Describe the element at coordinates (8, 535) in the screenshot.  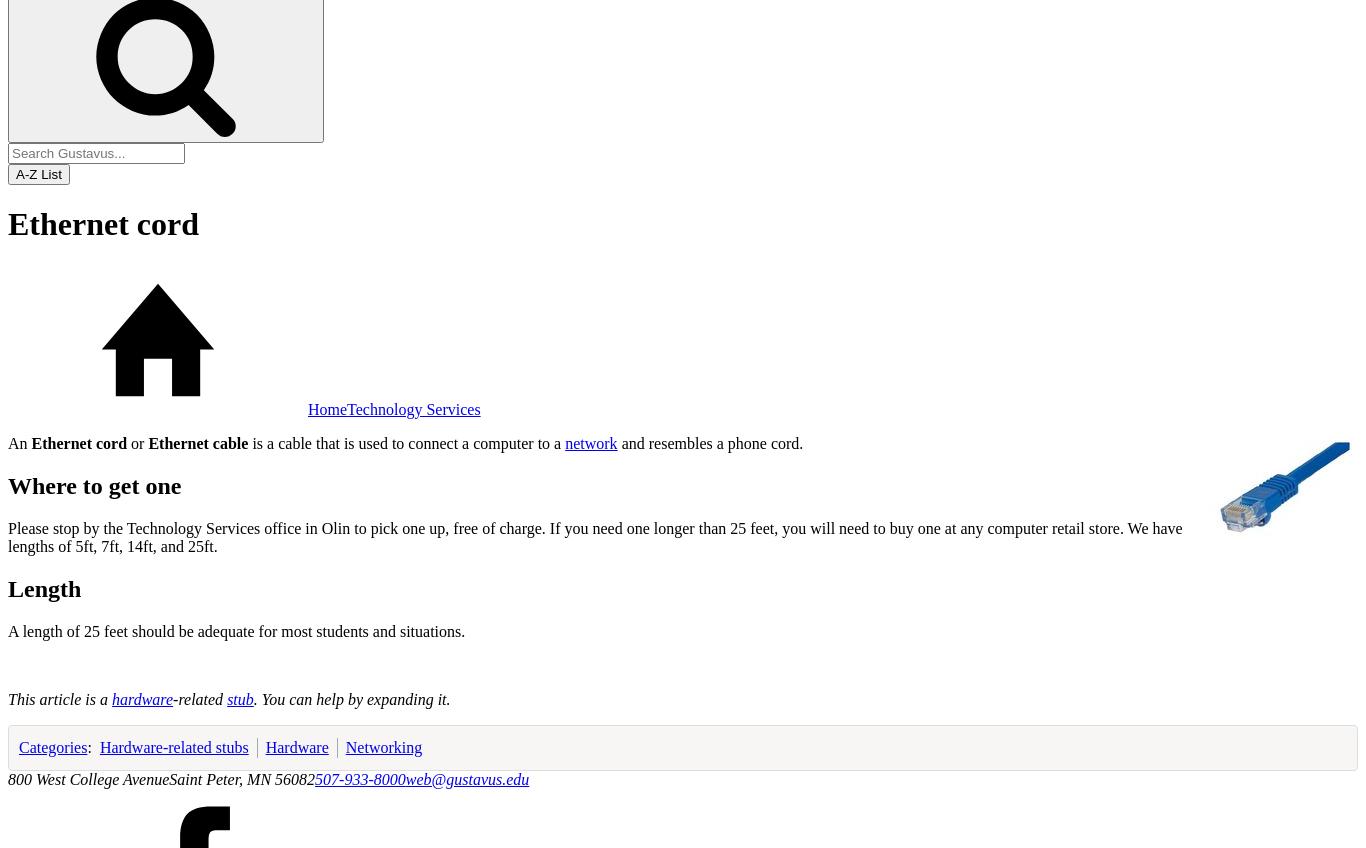
I see `'Please stop by the Technology Services office in Olin to pick one up, free of charge. If you need one longer than 25 feet, you will need to buy one at any computer retail store. We have lengths of 5ft, 7ft, 14ft, and 25ft.'` at that location.